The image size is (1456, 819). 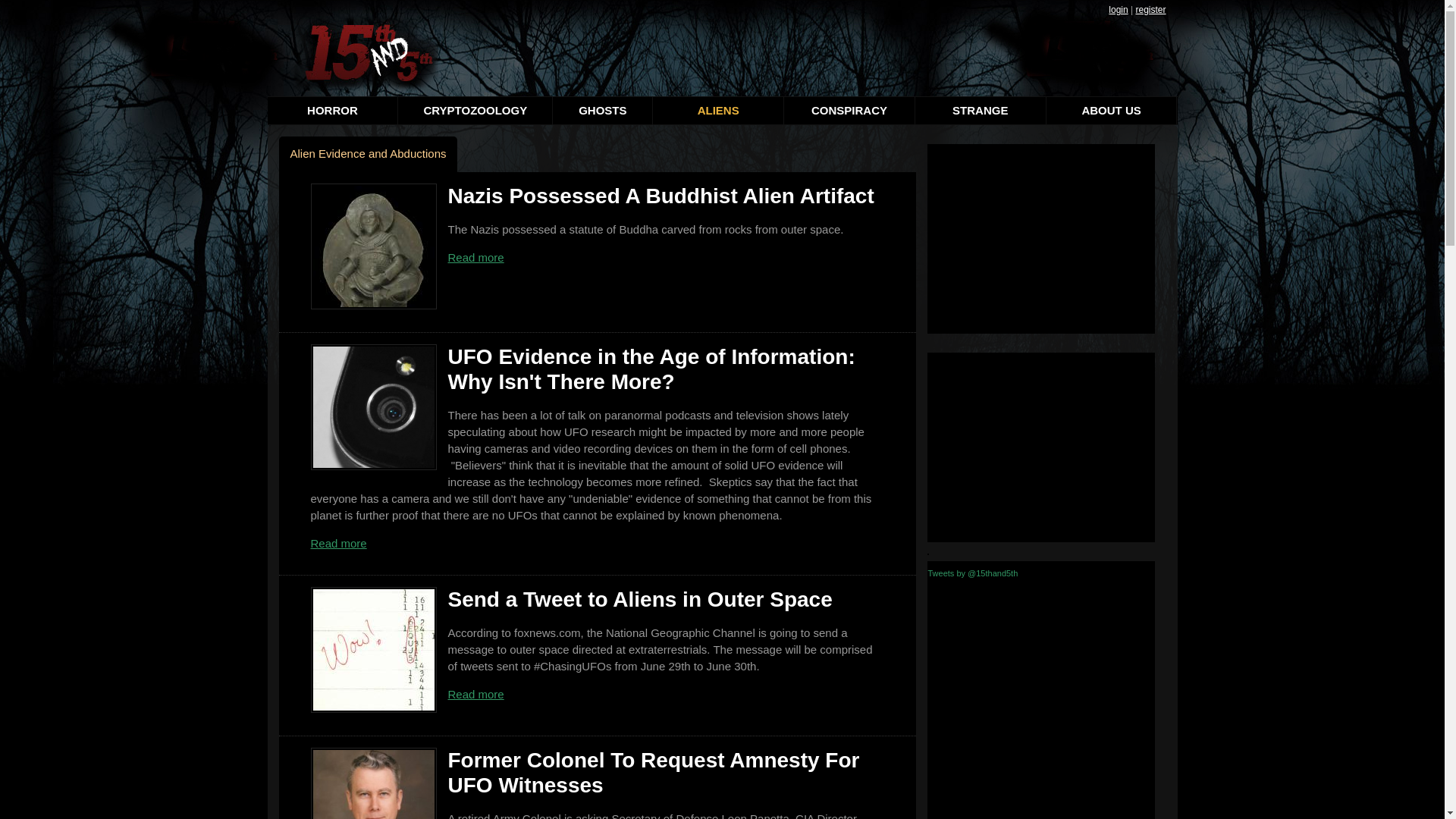 What do you see at coordinates (1118, 9) in the screenshot?
I see `'login'` at bounding box center [1118, 9].